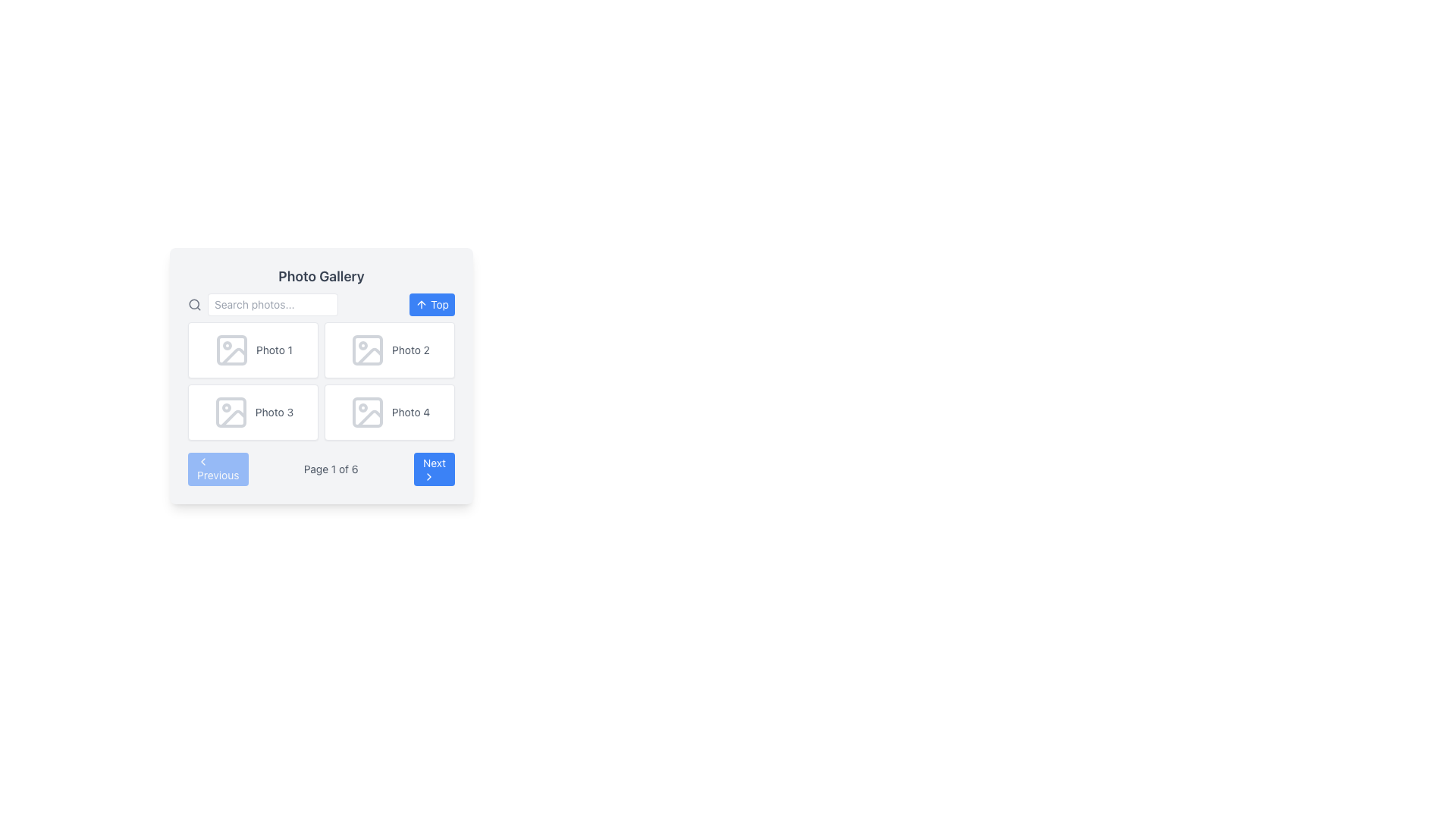  Describe the element at coordinates (253, 350) in the screenshot. I see `the 'Photo 1' selectable button in the grid layout` at that location.